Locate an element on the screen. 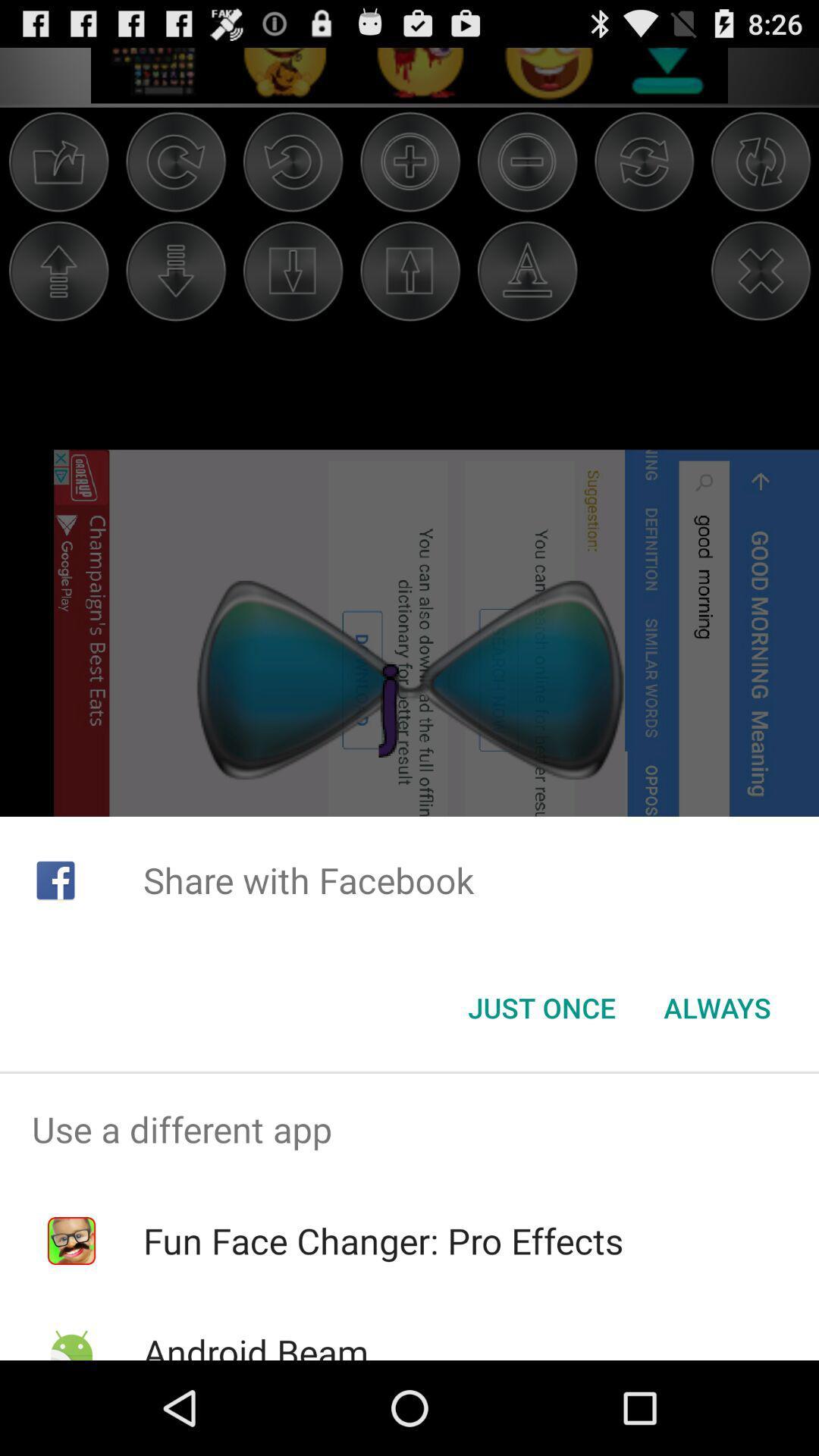  button to the right of the just once button is located at coordinates (717, 1008).